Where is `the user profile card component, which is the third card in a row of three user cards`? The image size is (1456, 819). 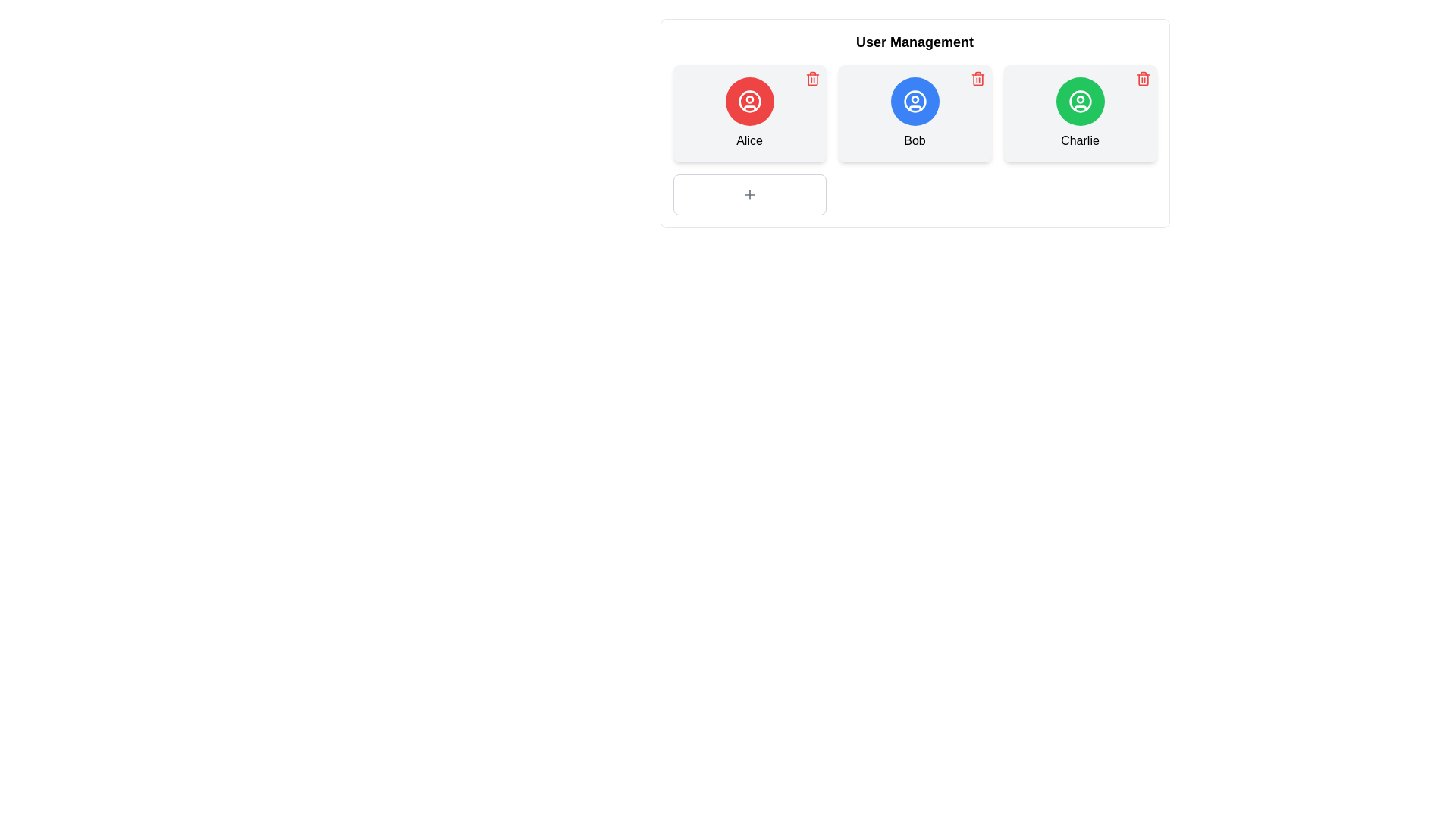 the user profile card component, which is the third card in a row of three user cards is located at coordinates (1079, 113).